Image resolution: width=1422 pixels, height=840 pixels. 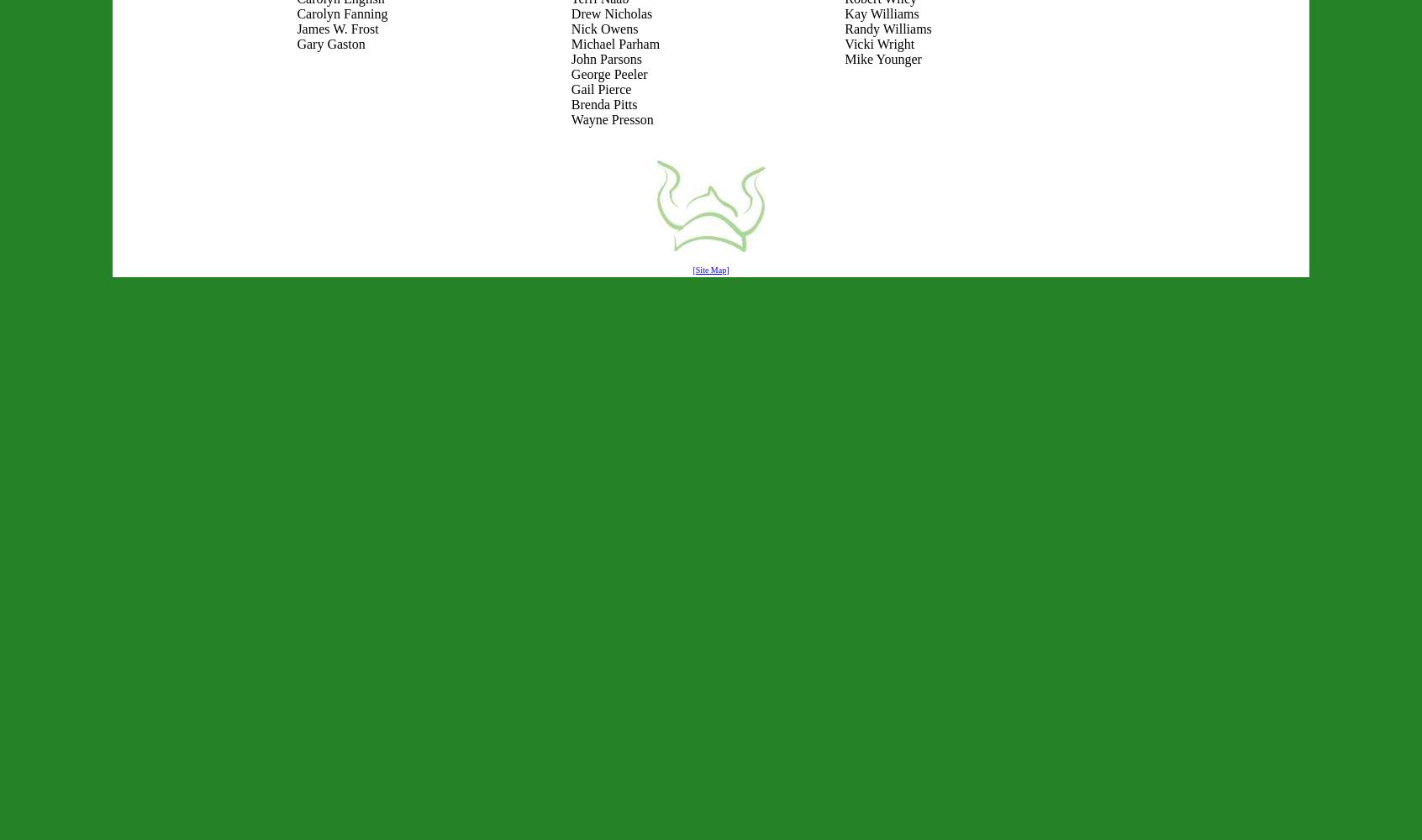 What do you see at coordinates (337, 29) in the screenshot?
I see `'James W. Frost'` at bounding box center [337, 29].